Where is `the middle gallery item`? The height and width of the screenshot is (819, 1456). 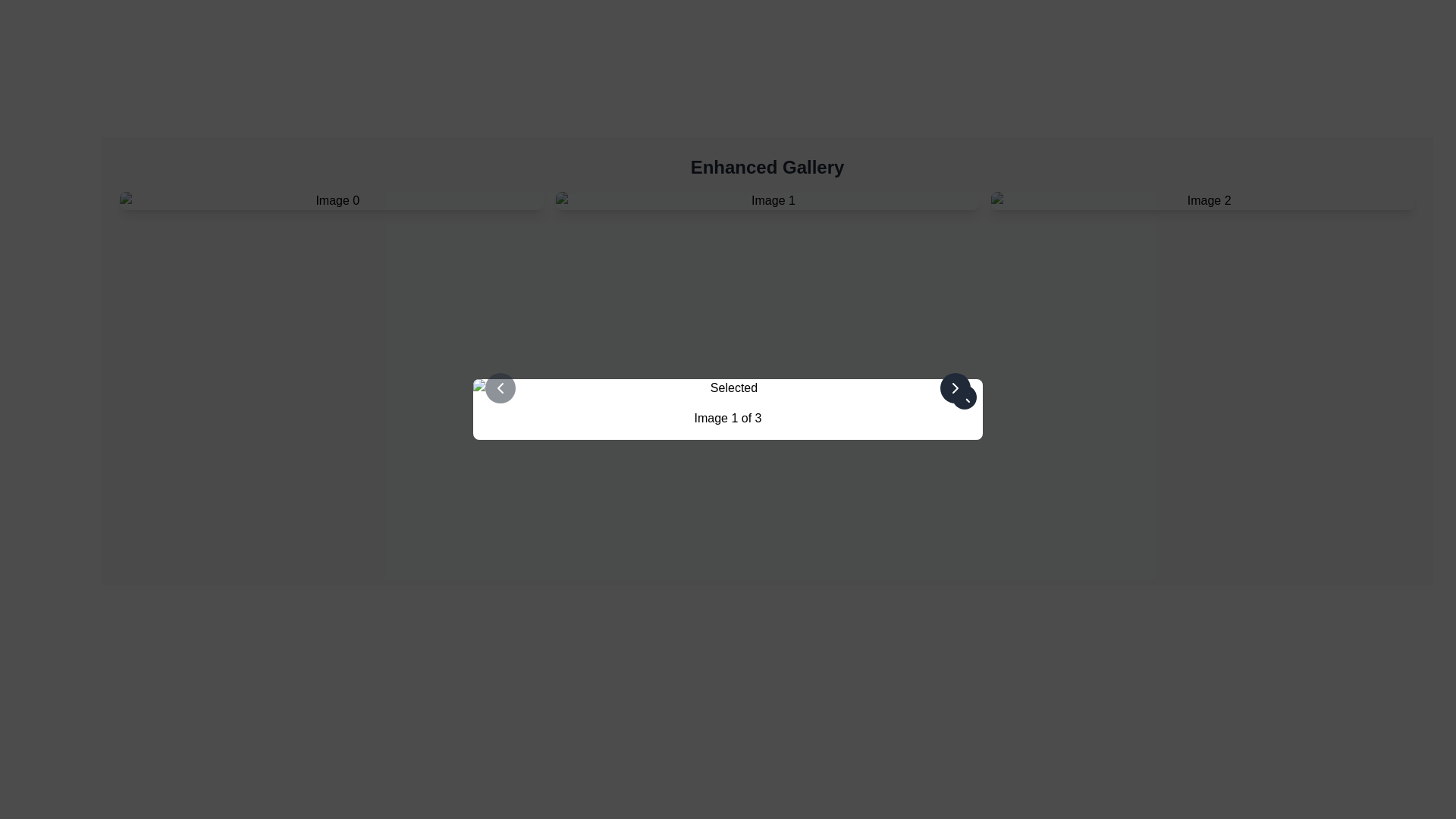
the middle gallery item is located at coordinates (767, 200).